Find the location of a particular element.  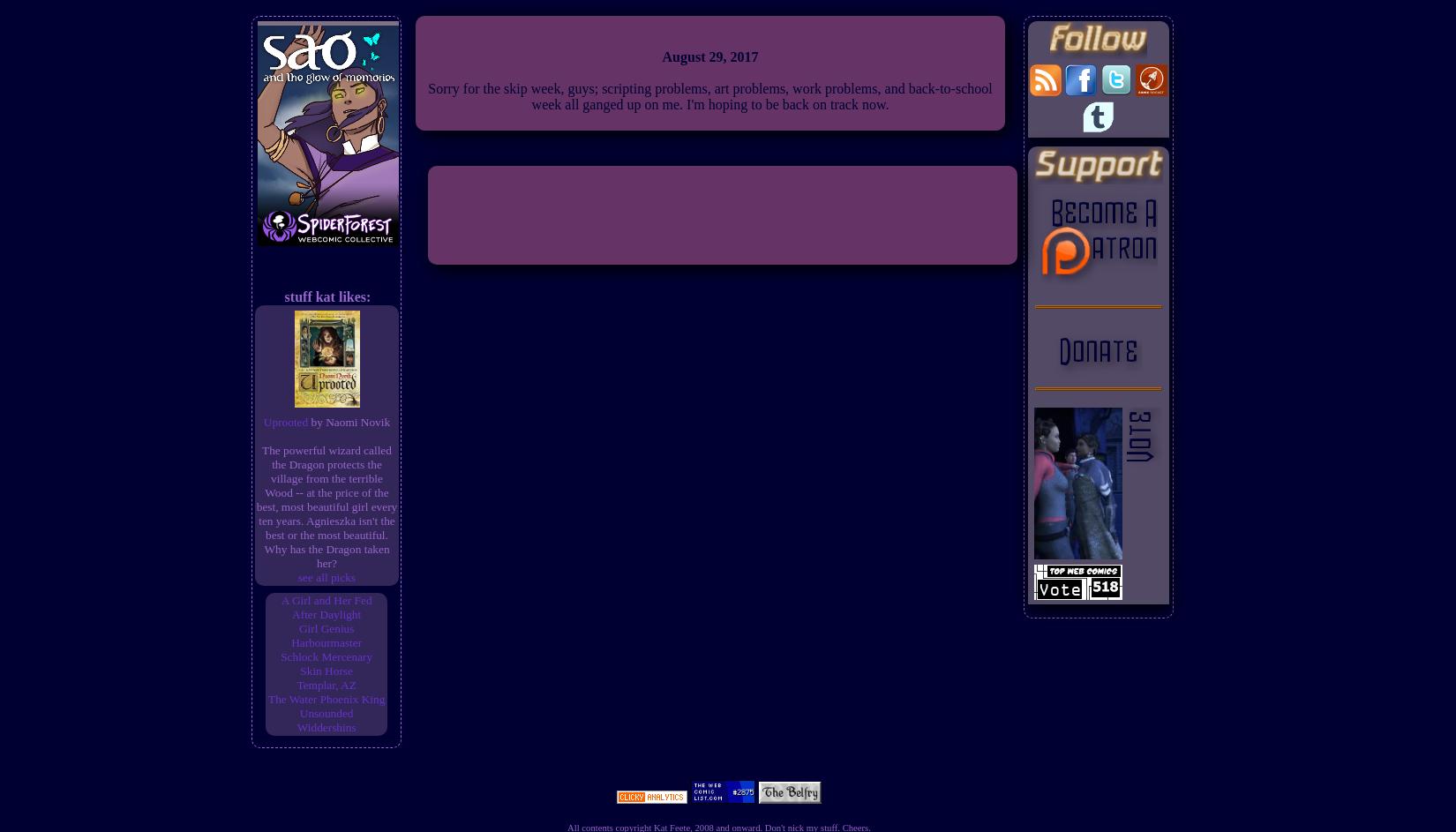

'RSS Feed' is located at coordinates (757, 318).